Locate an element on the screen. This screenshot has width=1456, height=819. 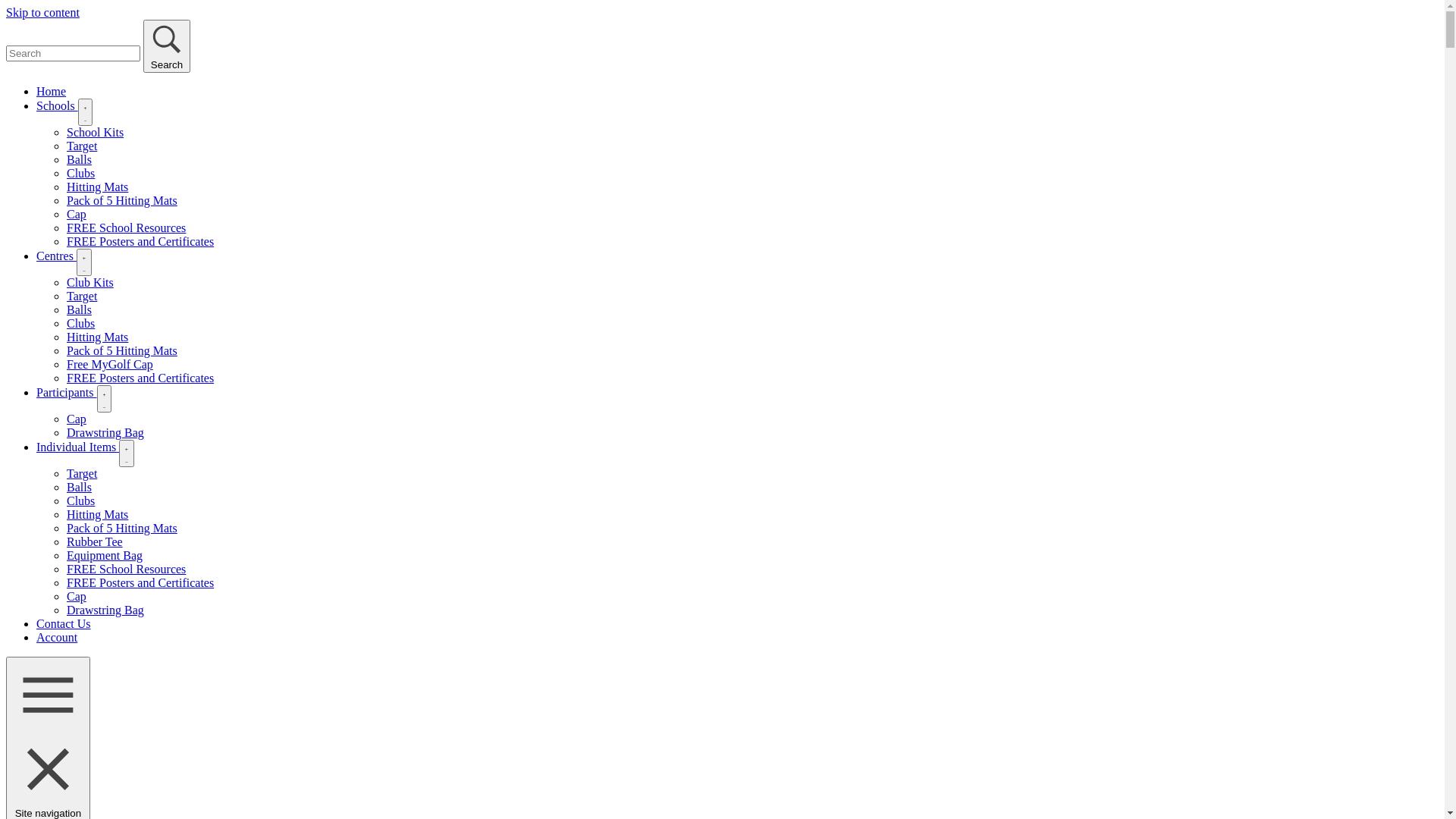
'Target' is located at coordinates (80, 146).